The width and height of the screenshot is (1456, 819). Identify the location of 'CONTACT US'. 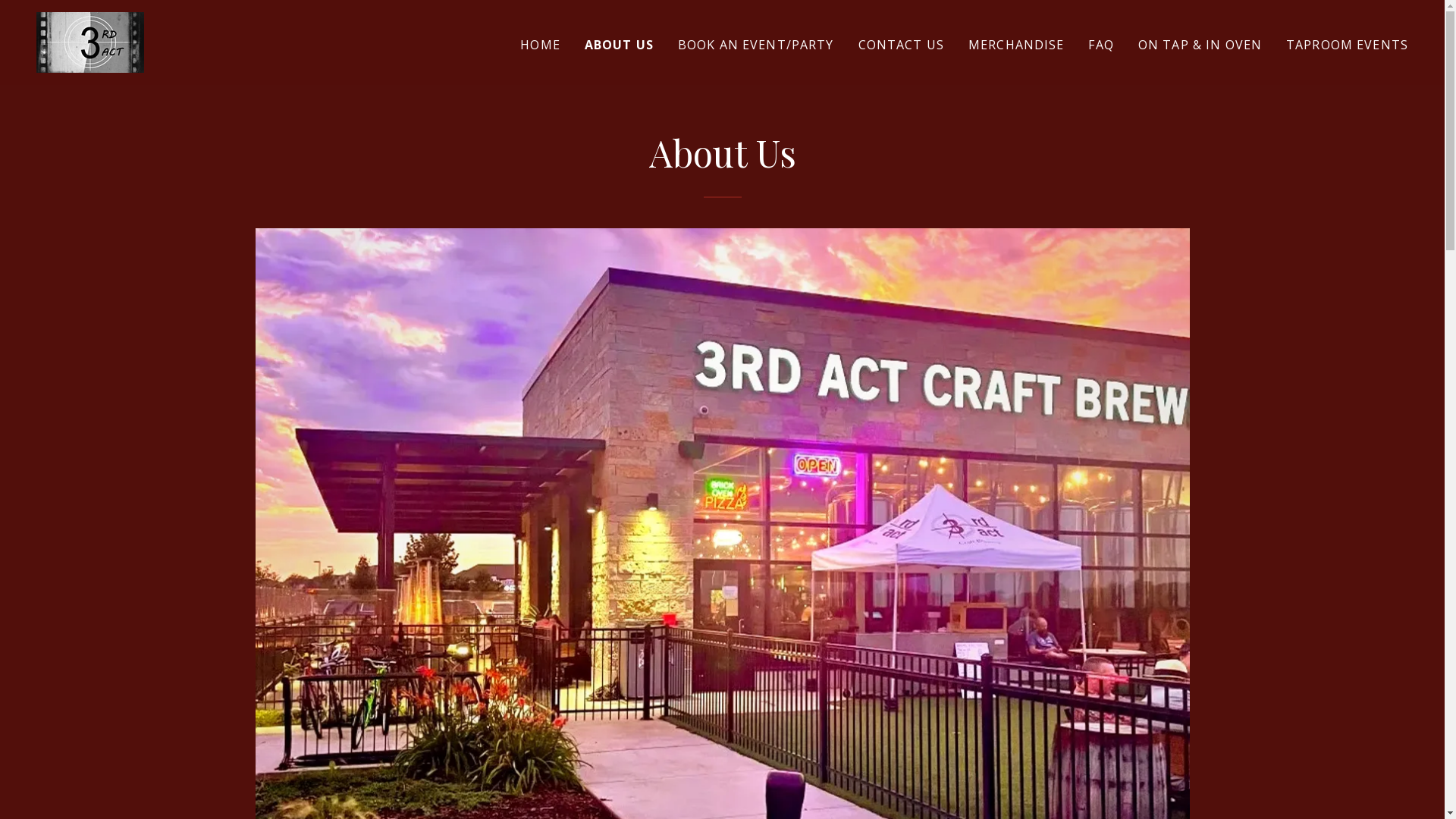
(901, 42).